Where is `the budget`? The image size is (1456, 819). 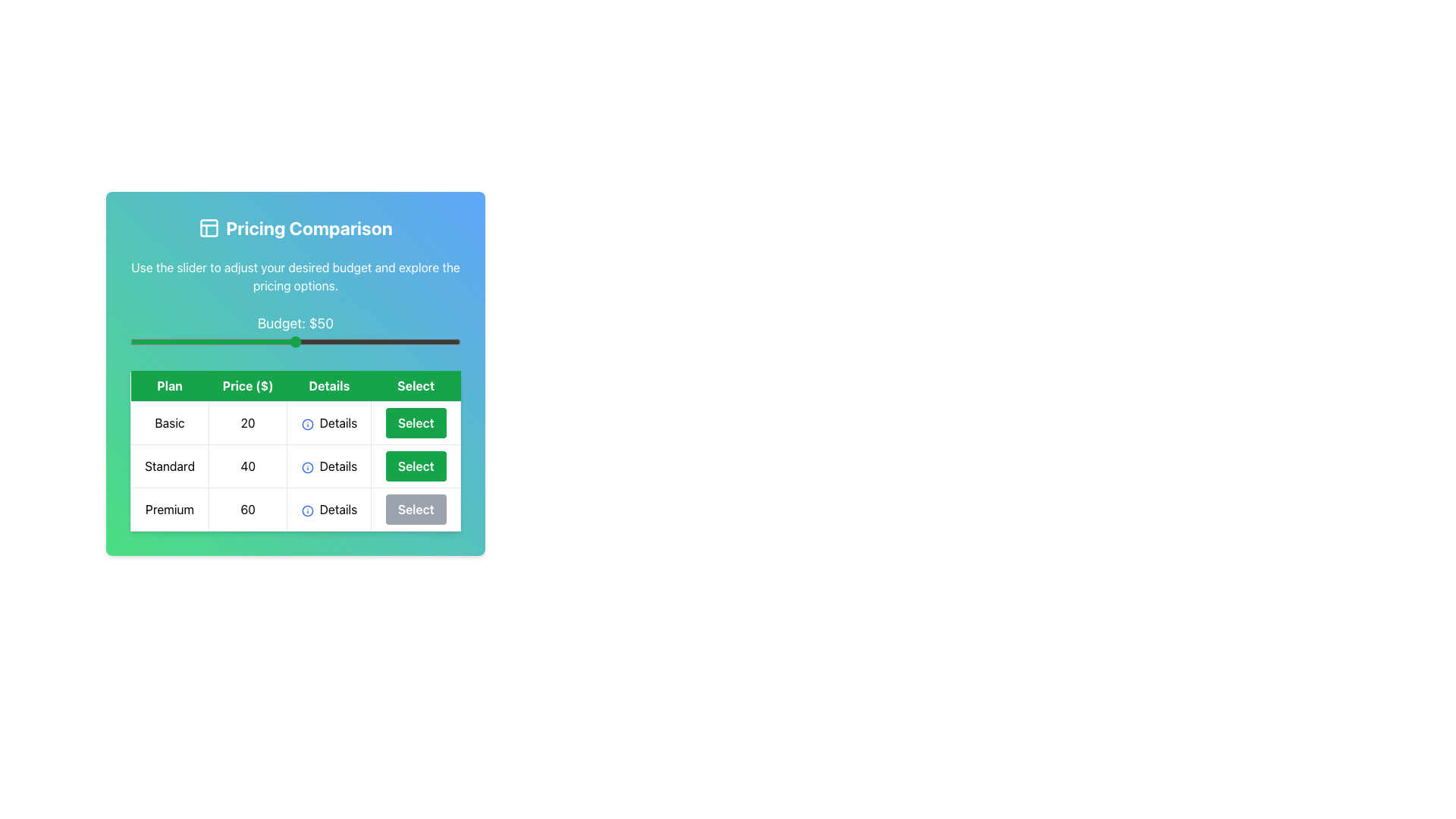 the budget is located at coordinates (305, 342).